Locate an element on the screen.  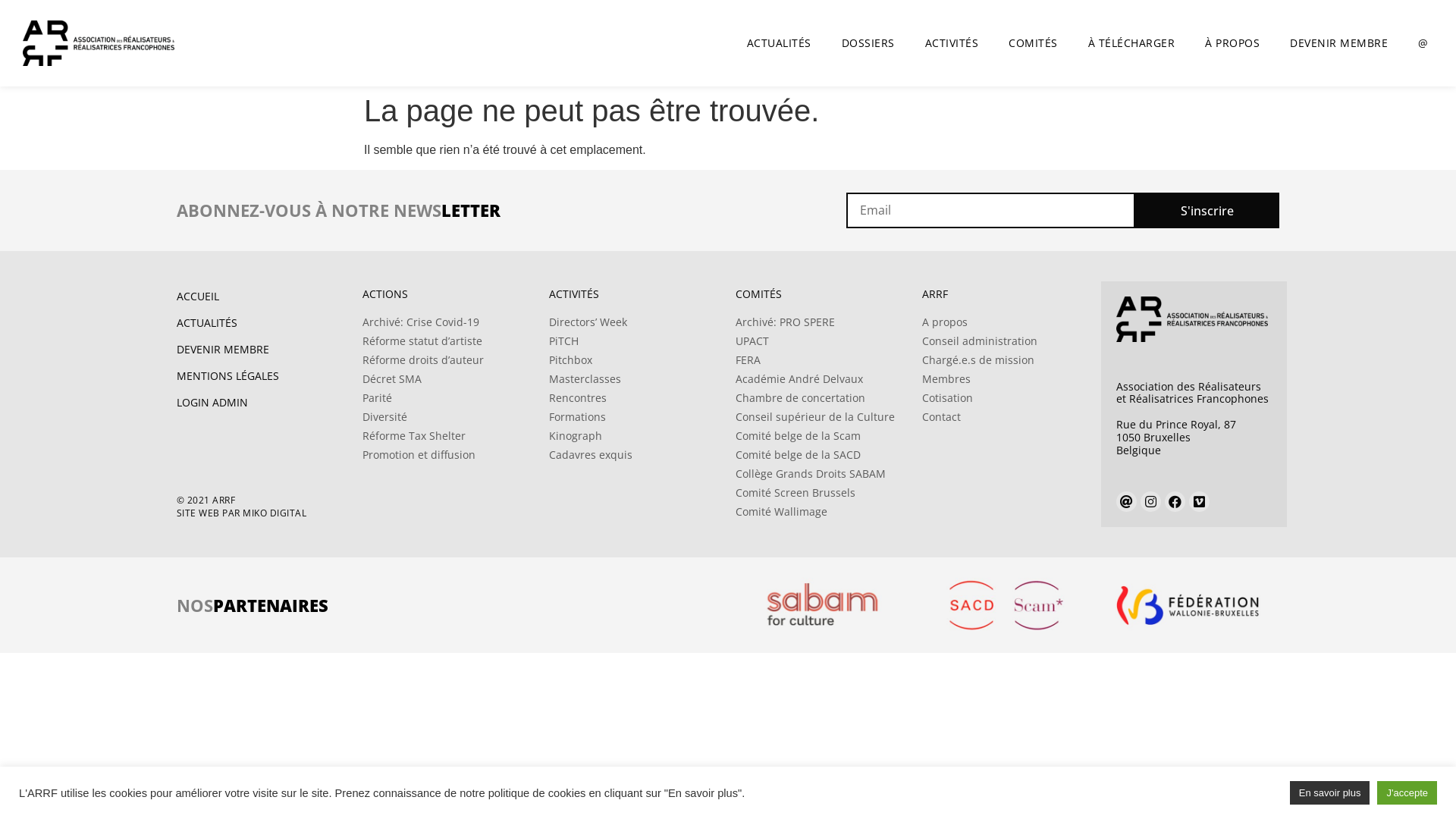
'S'inscrire' is located at coordinates (1207, 210).